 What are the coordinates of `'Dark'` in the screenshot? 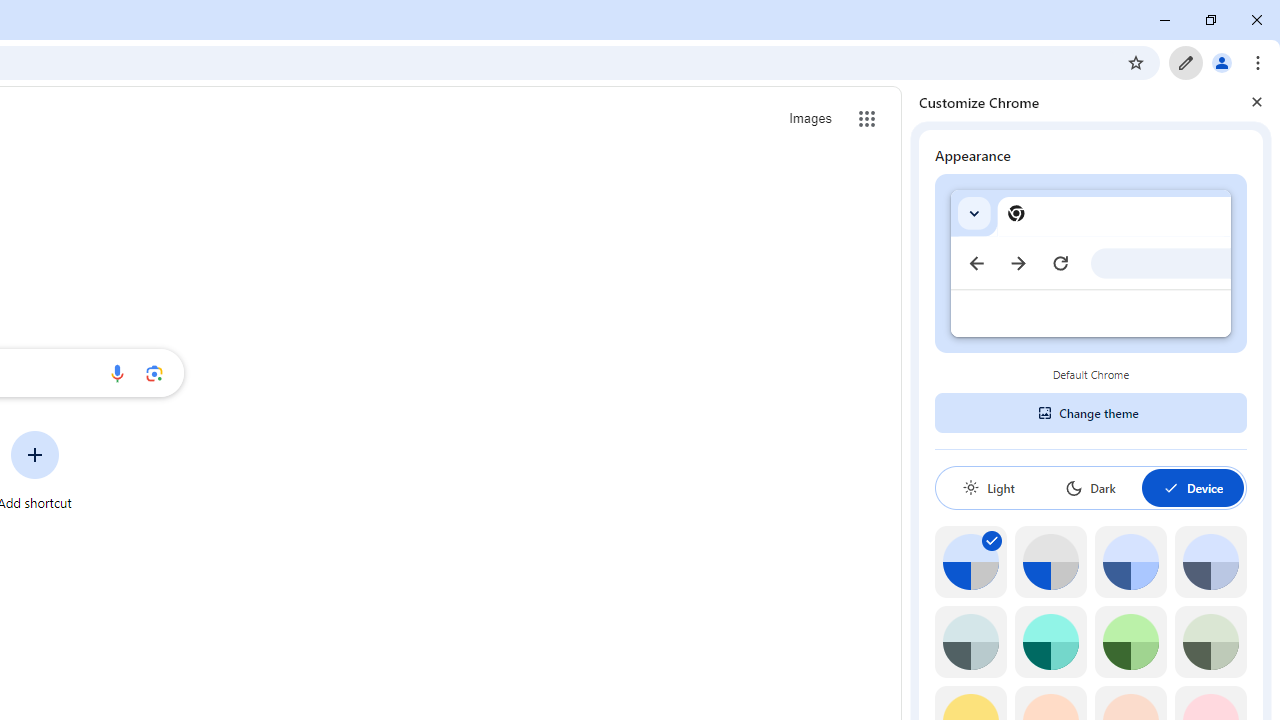 It's located at (1089, 487).